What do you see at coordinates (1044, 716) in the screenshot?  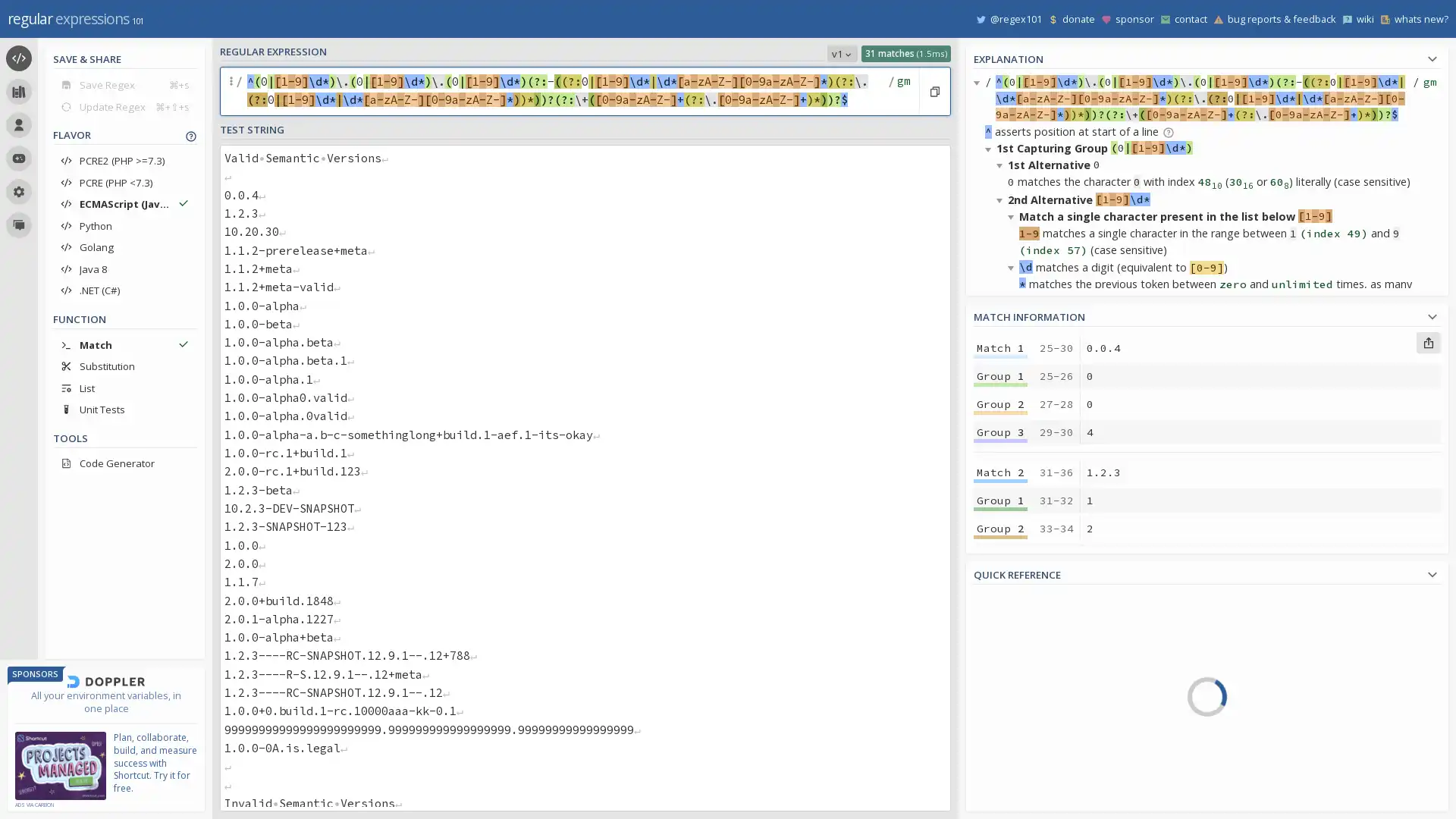 I see `Meta Sequences` at bounding box center [1044, 716].